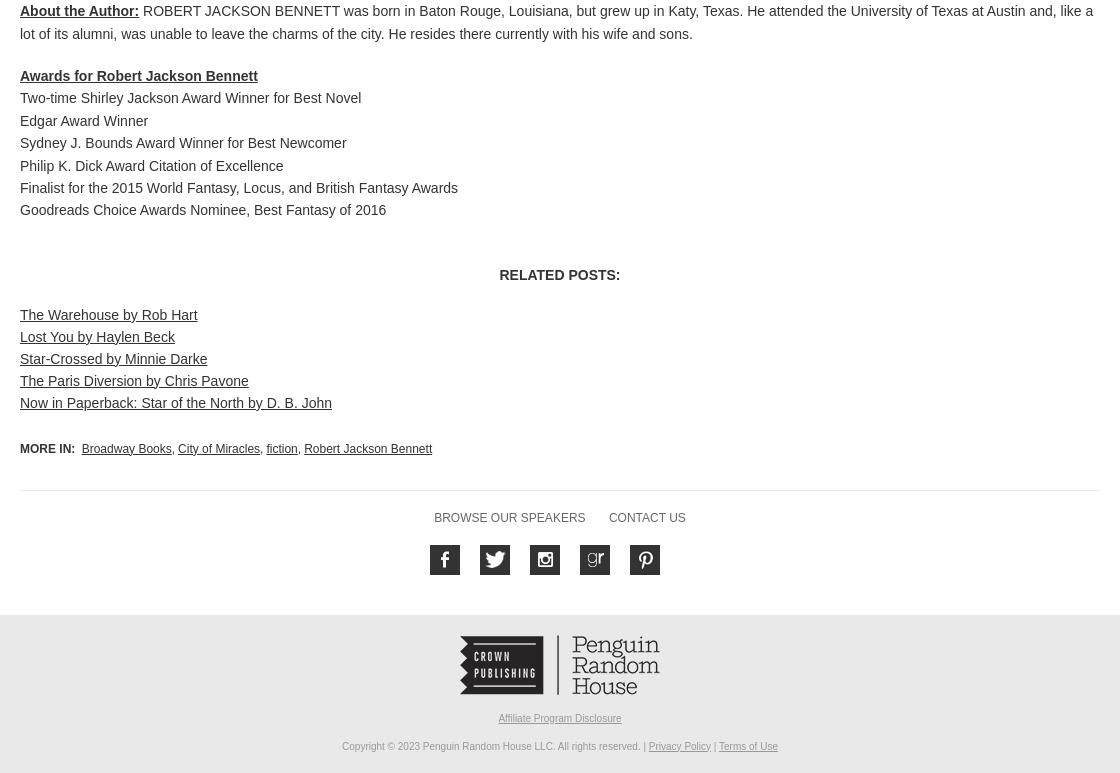 The width and height of the screenshot is (1120, 773). I want to click on '|', so click(715, 744).